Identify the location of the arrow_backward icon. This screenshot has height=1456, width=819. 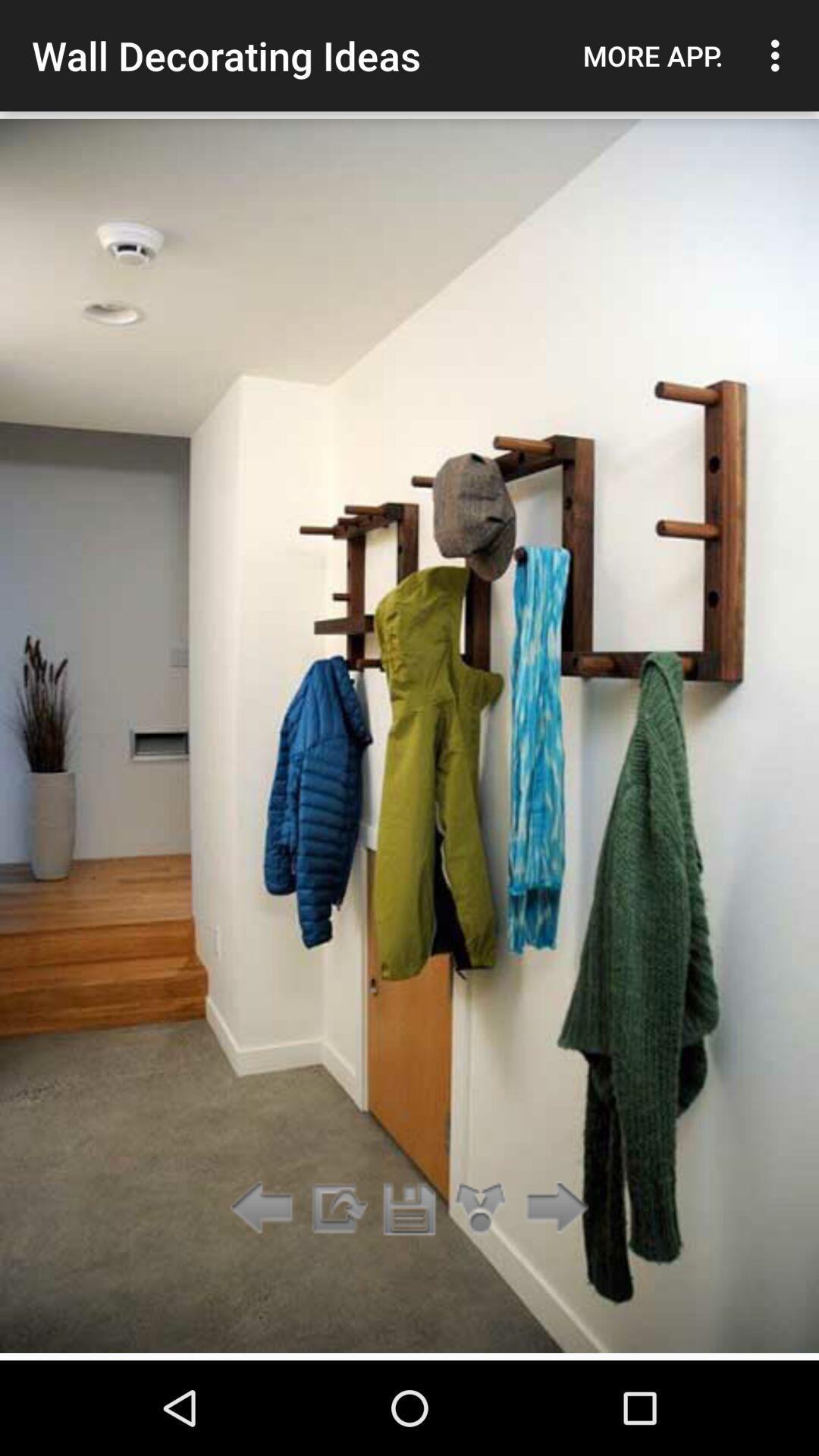
(265, 1208).